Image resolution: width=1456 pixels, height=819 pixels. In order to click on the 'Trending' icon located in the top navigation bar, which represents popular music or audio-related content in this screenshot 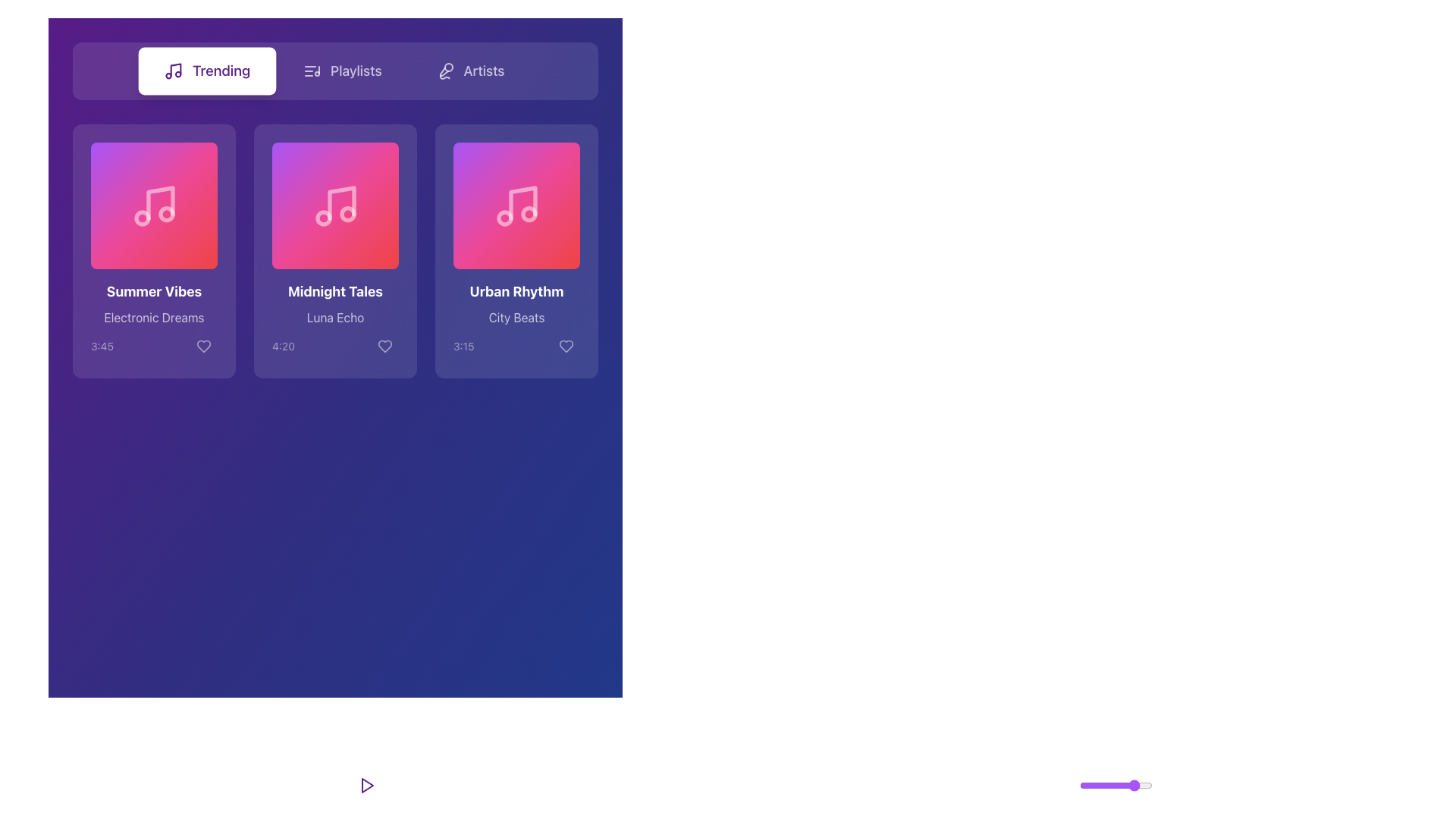, I will do `click(174, 71)`.